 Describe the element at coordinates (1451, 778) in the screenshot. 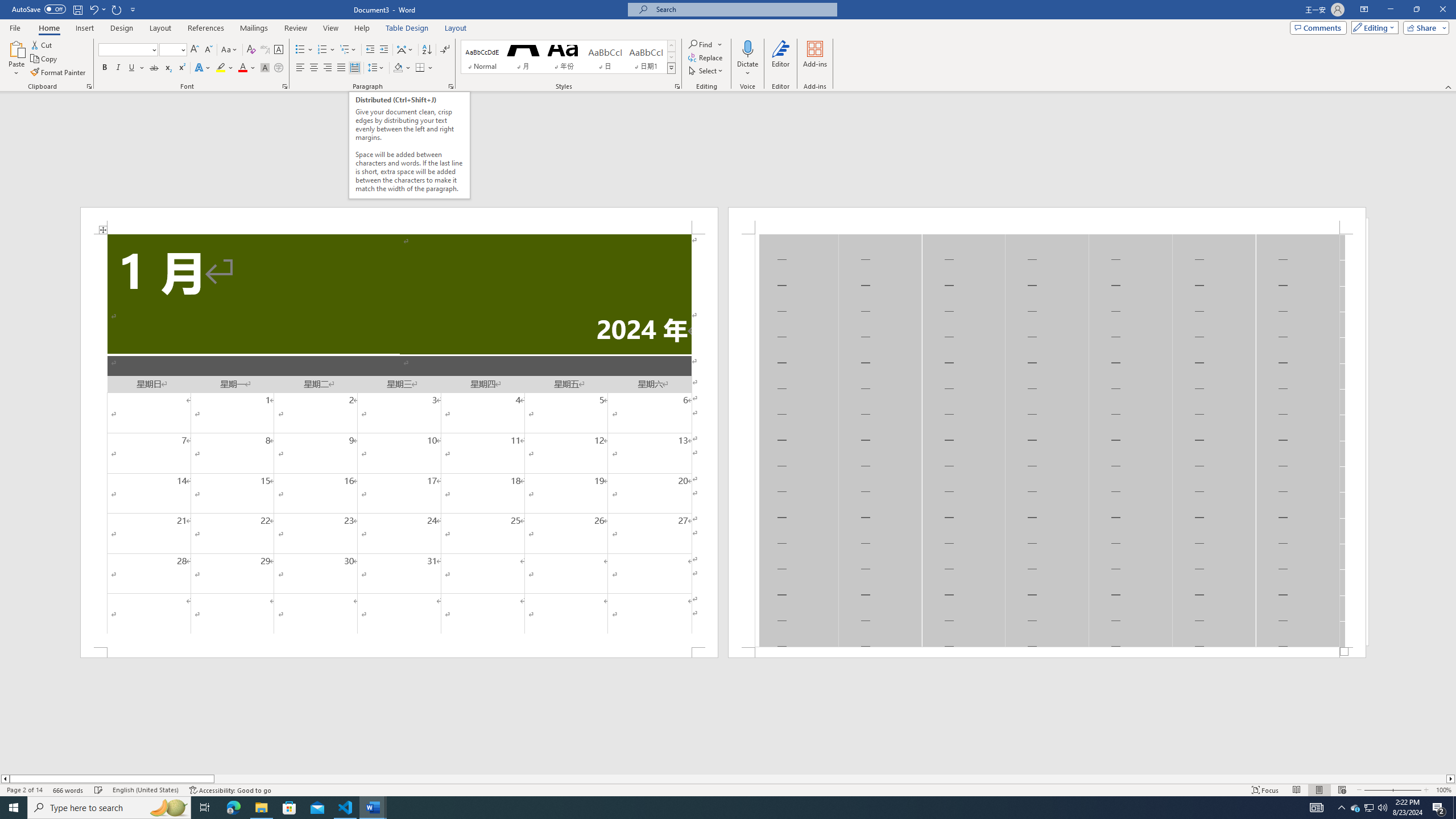

I see `'Column right'` at that location.